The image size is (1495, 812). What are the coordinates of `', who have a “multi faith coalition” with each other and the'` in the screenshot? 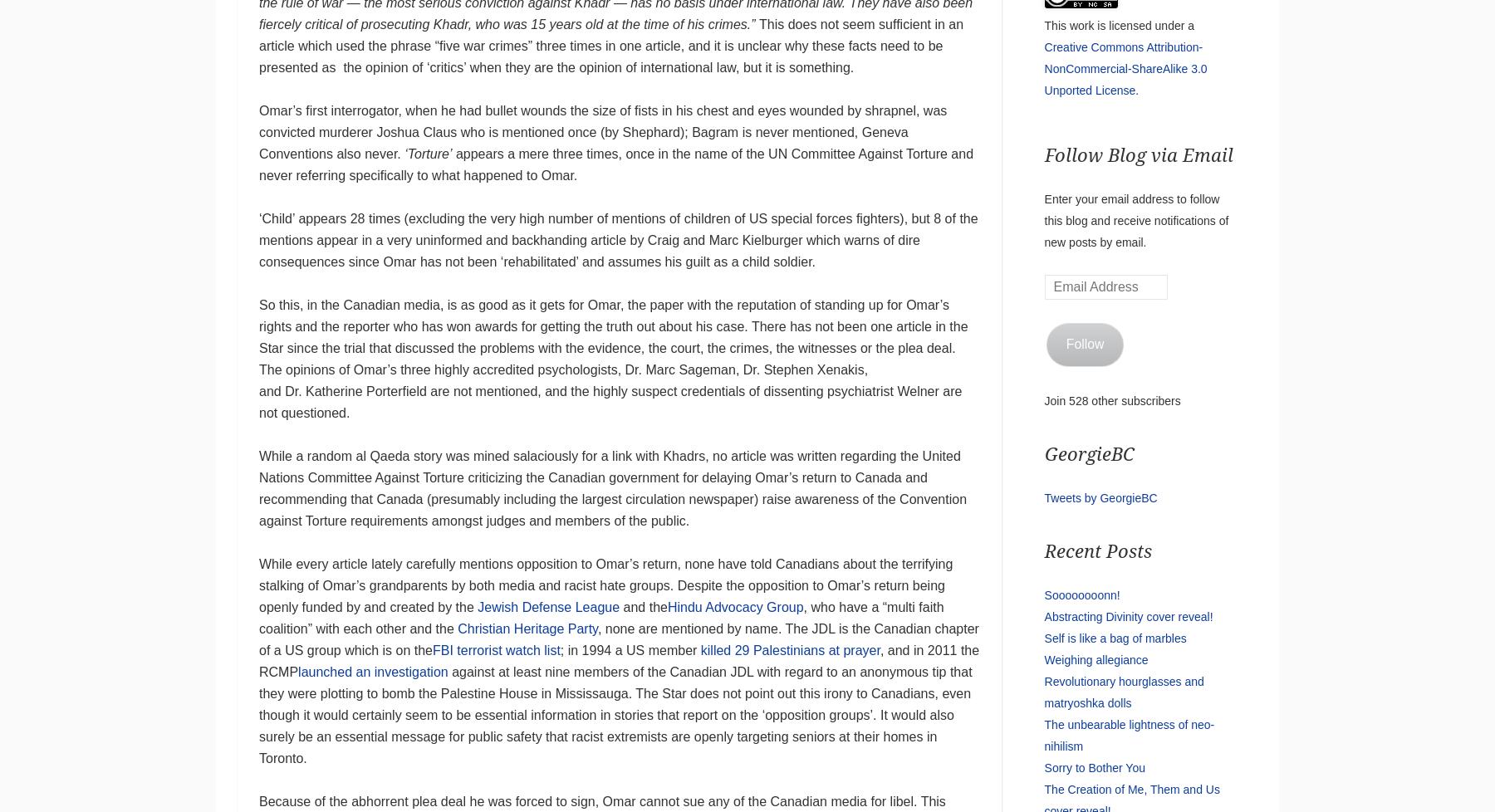 It's located at (600, 617).